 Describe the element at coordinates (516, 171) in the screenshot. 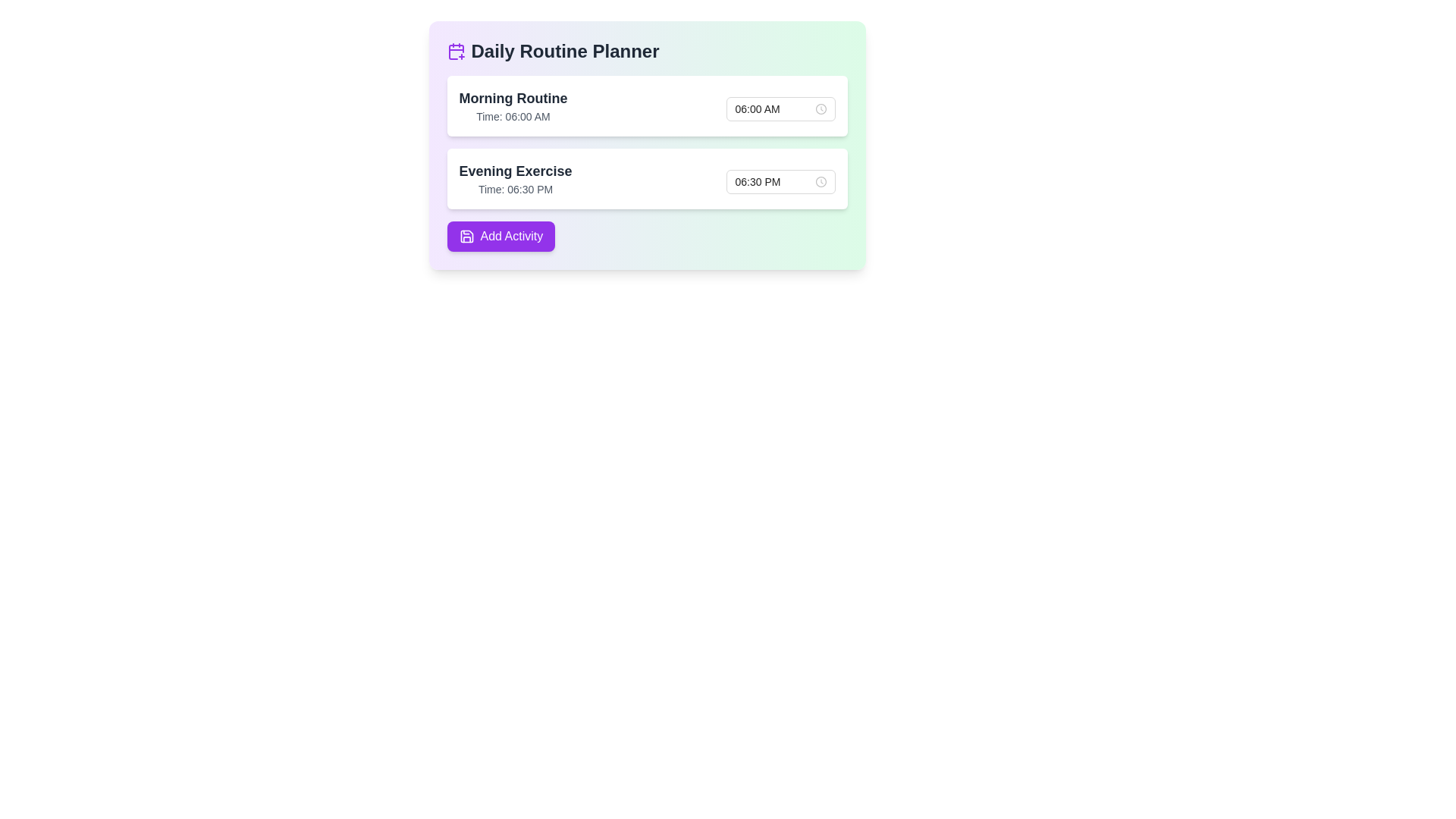

I see `the static text label that reads 'Evening Exercise', which is styled in bold, larger than standard size, and appears in black or dark gray against a white background` at that location.